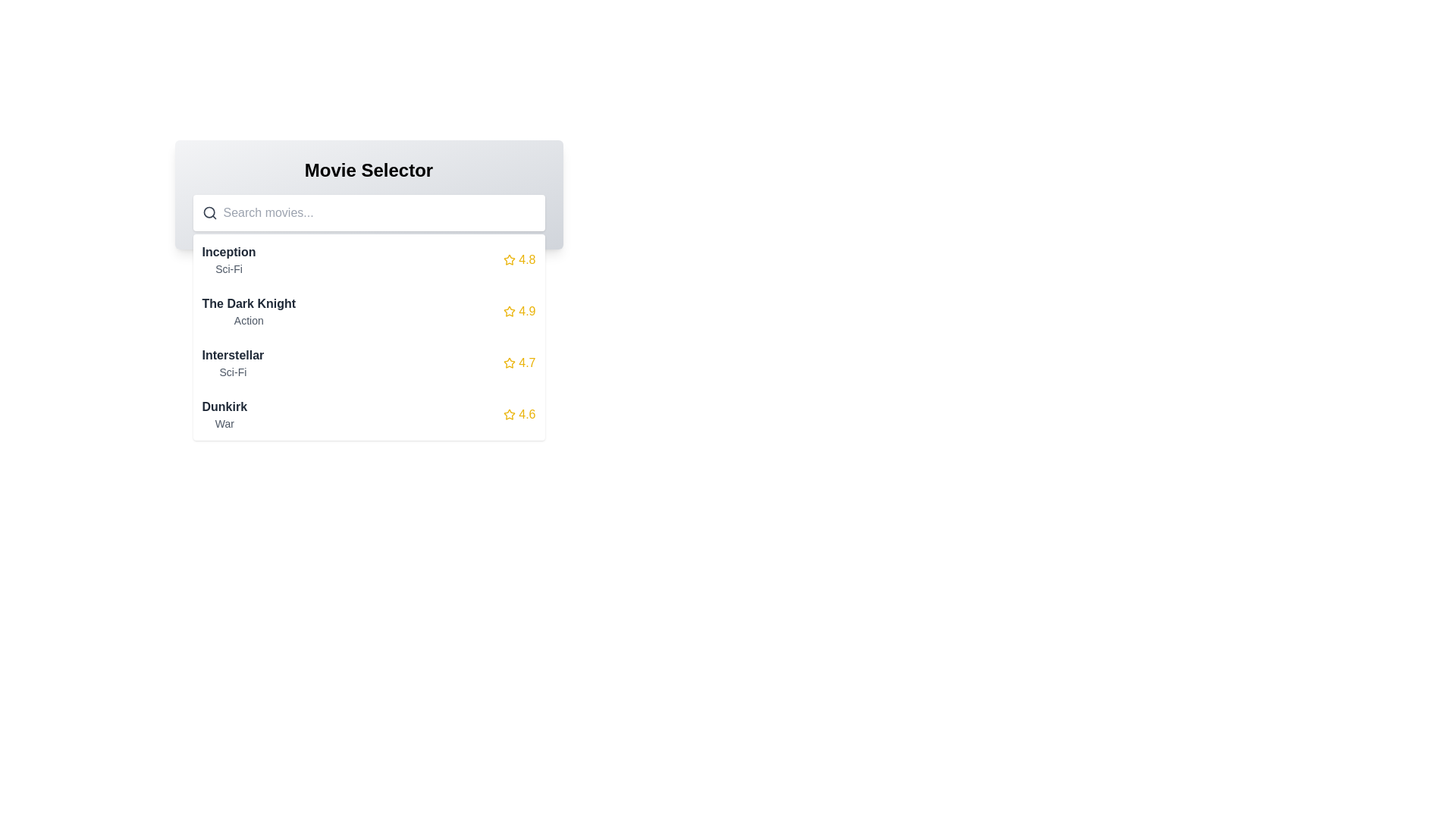 The height and width of the screenshot is (819, 1456). Describe the element at coordinates (232, 356) in the screenshot. I see `the main title text label for the movie 'Interstellar' located in the movie selection list` at that location.